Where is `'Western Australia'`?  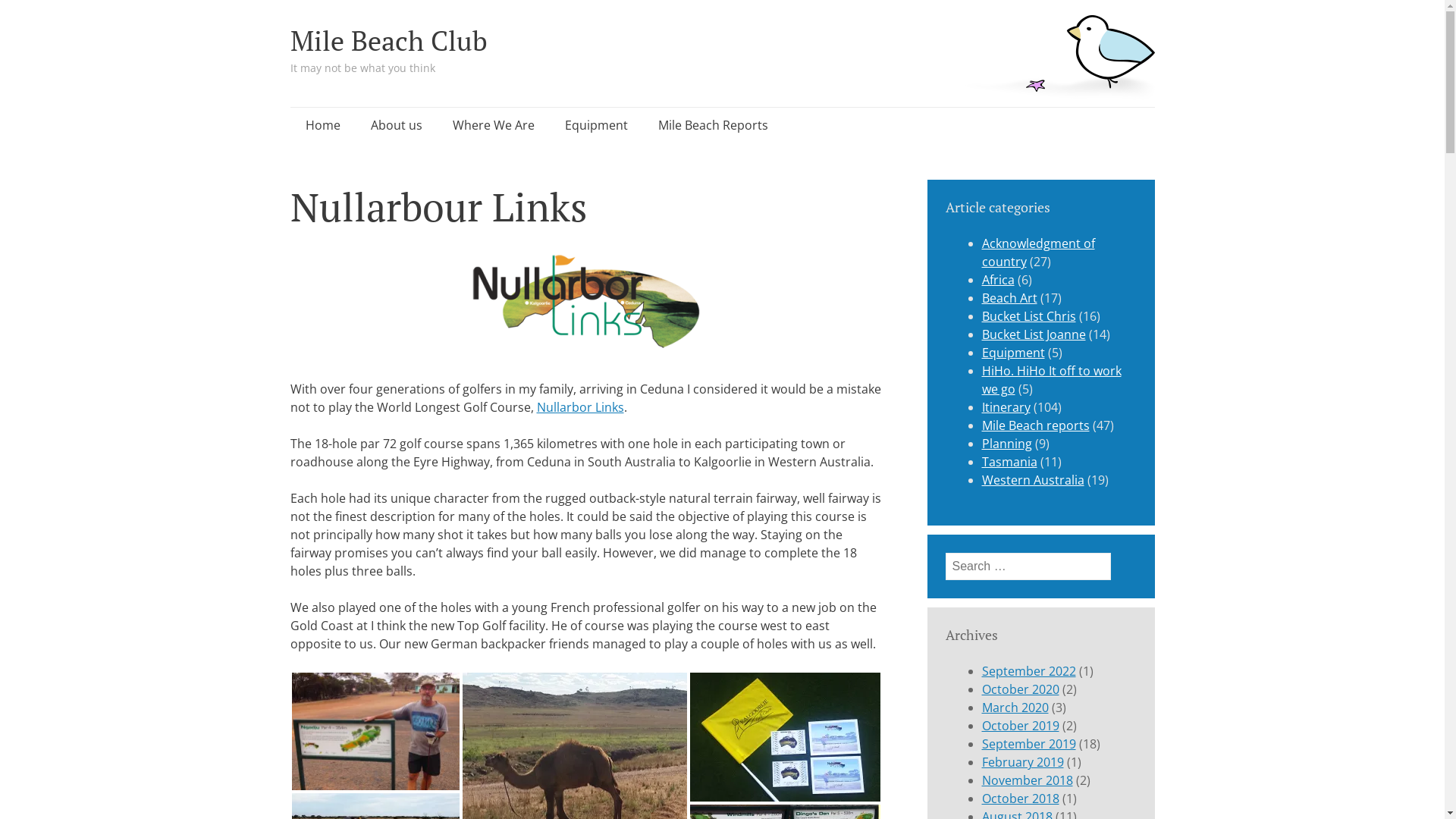 'Western Australia' is located at coordinates (1031, 479).